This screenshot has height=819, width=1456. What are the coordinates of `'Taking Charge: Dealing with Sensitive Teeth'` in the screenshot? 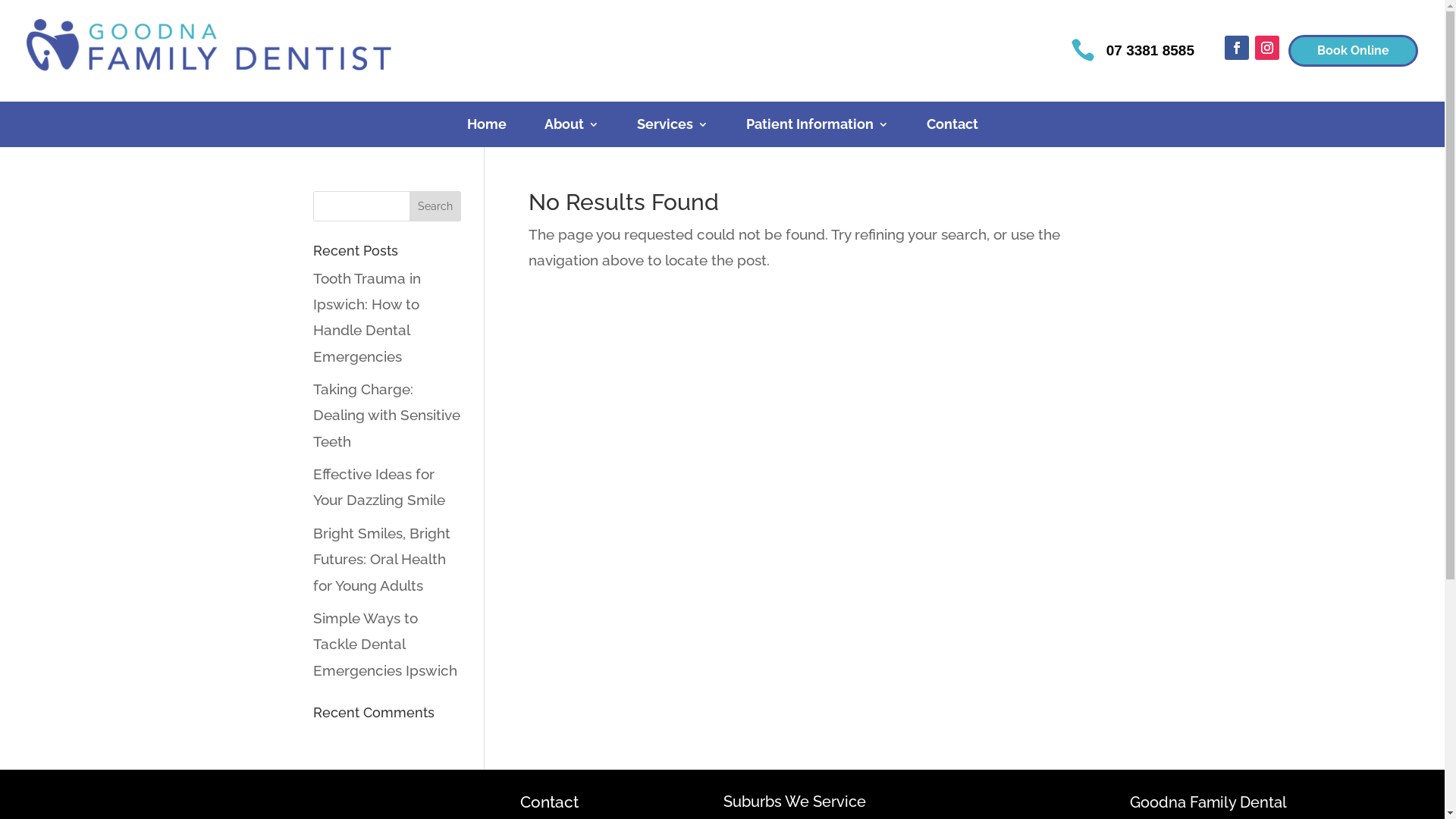 It's located at (385, 415).